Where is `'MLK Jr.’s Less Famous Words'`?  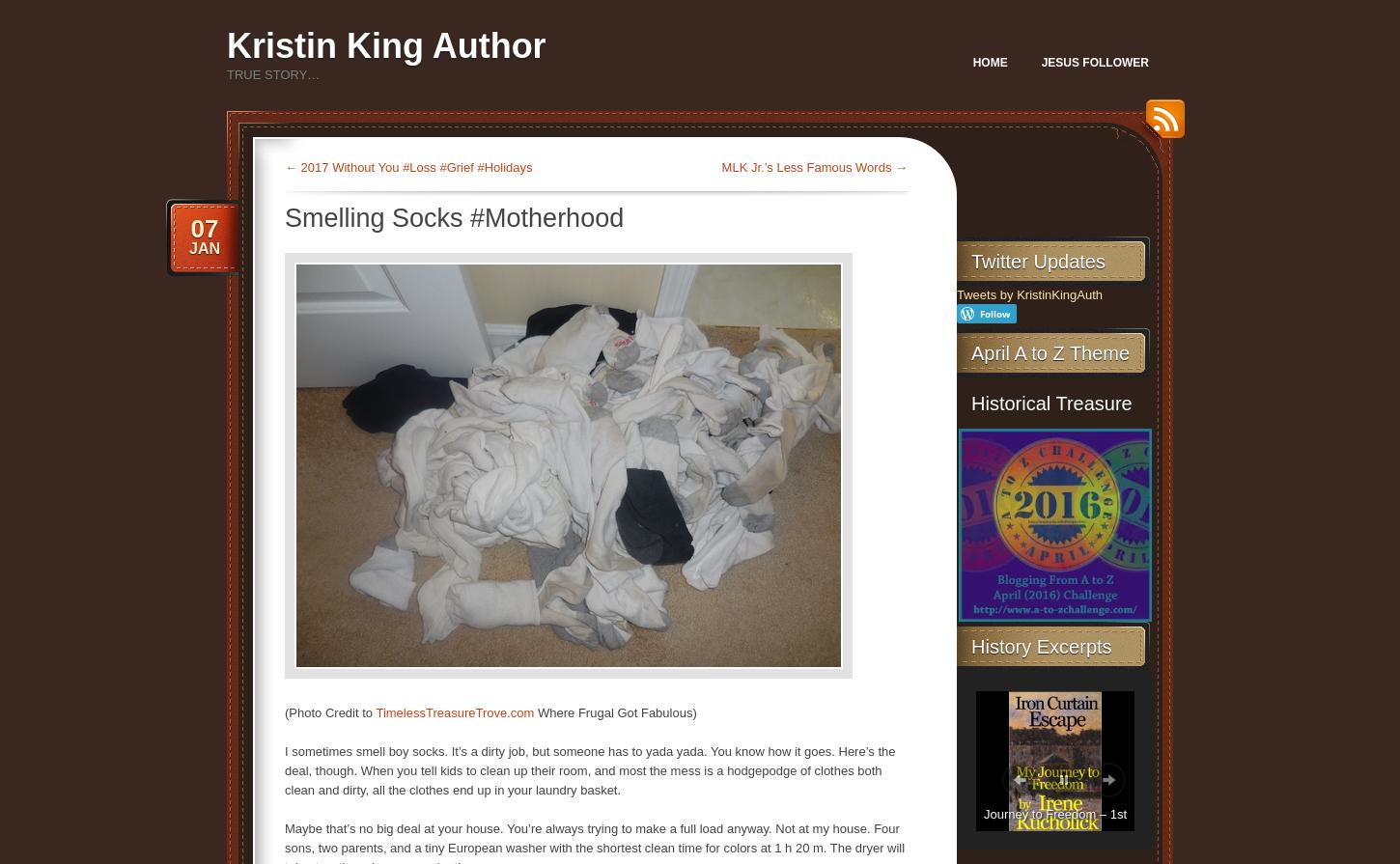
'MLK Jr.’s Less Famous Words' is located at coordinates (807, 167).